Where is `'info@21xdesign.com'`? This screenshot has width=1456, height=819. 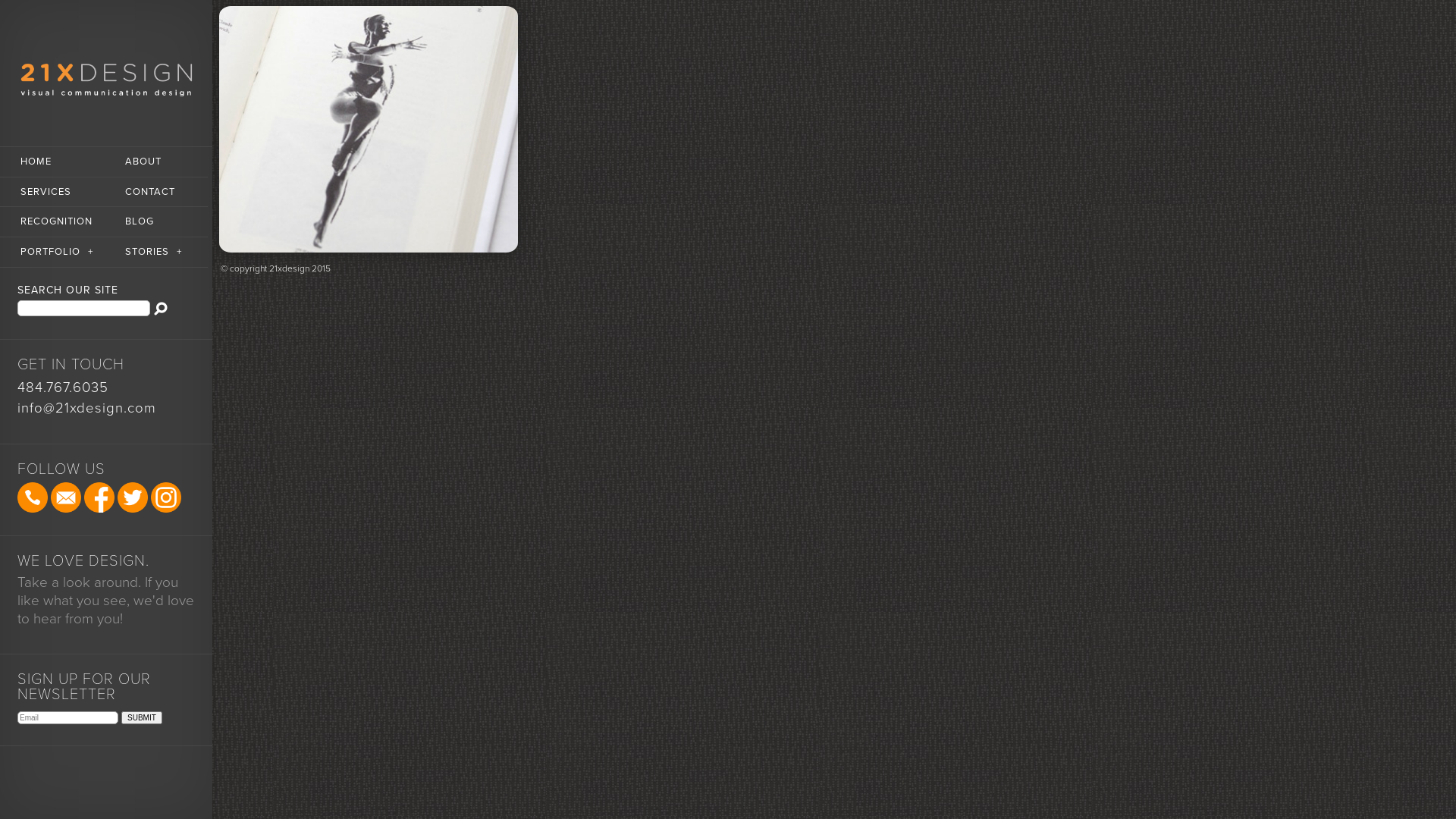 'info@21xdesign.com' is located at coordinates (86, 406).